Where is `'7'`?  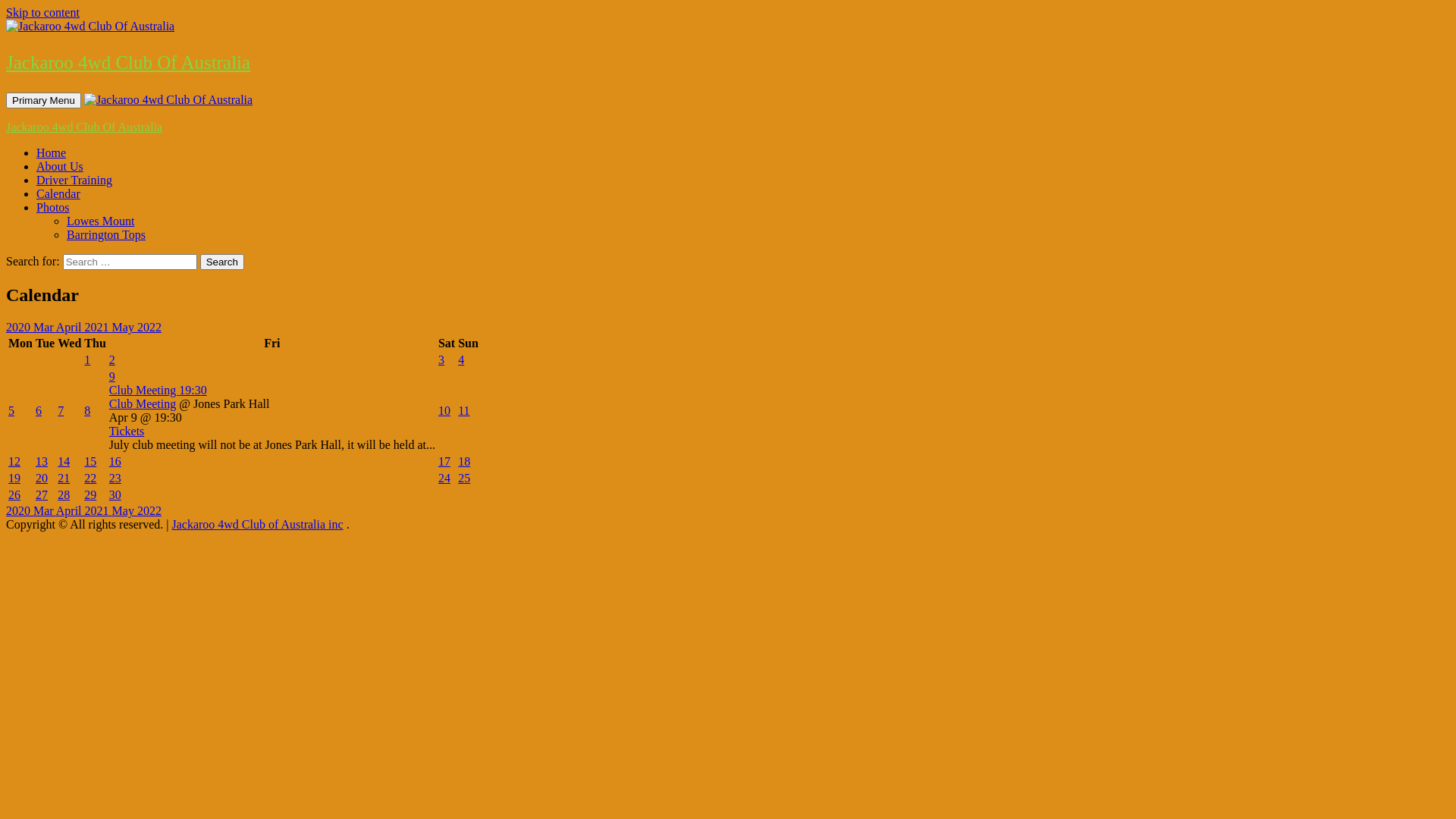 '7' is located at coordinates (61, 410).